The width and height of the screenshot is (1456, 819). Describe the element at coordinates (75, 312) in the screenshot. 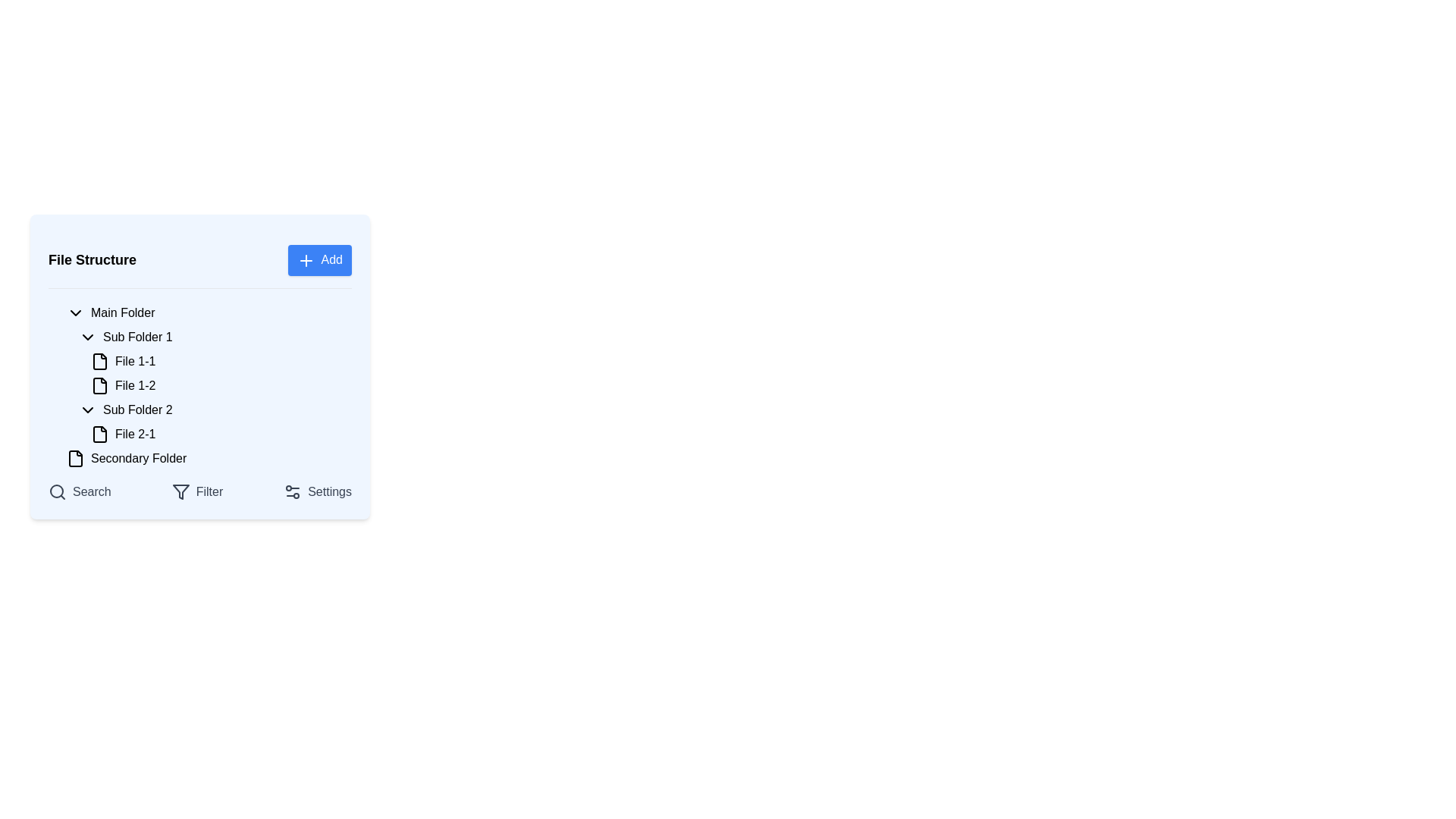

I see `the small downward-facing chevron icon located to the left of the 'Main Folder' text` at that location.